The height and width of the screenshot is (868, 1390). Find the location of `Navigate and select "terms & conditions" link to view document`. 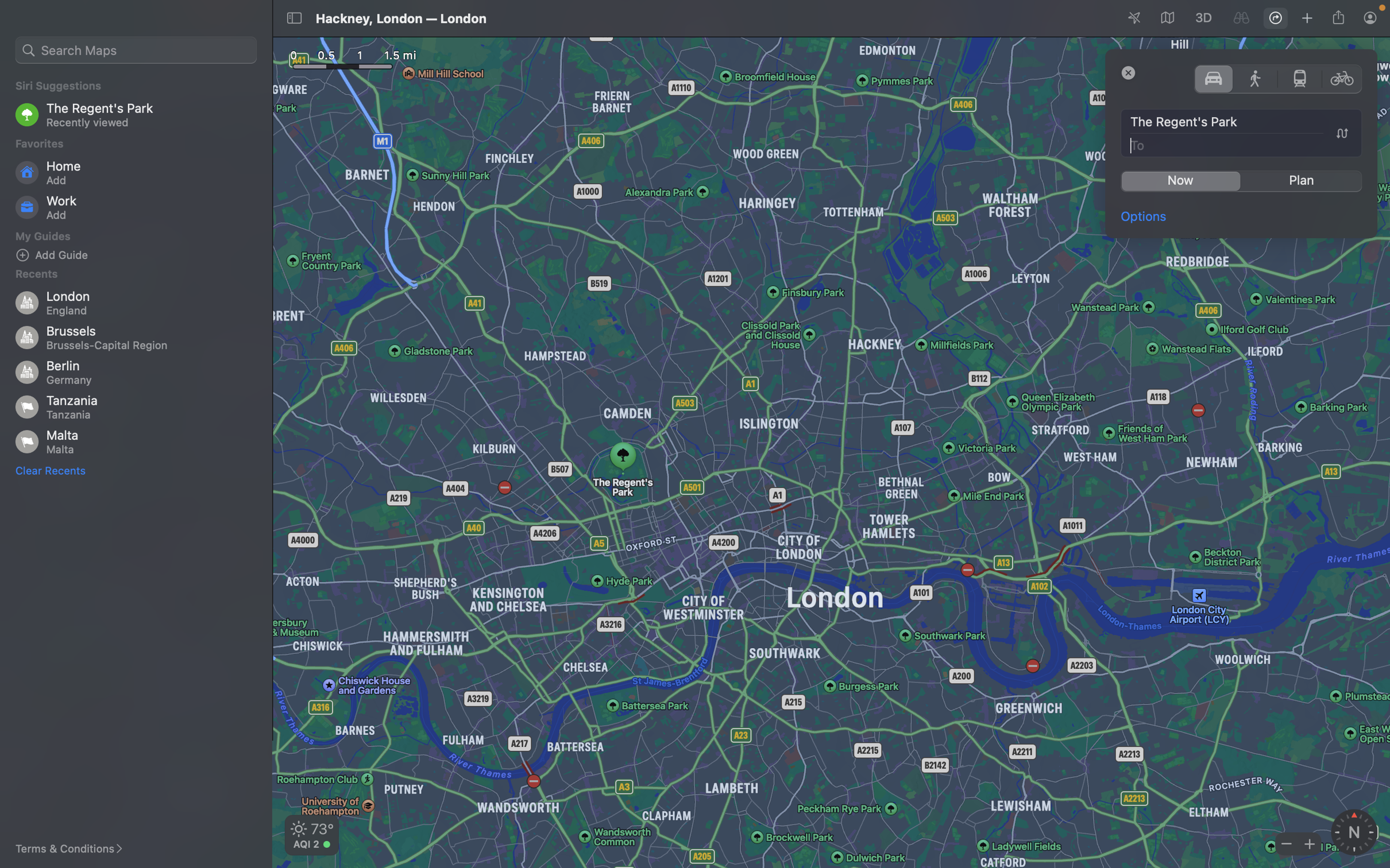

Navigate and select "terms & conditions" link to view document is located at coordinates (76, 848).